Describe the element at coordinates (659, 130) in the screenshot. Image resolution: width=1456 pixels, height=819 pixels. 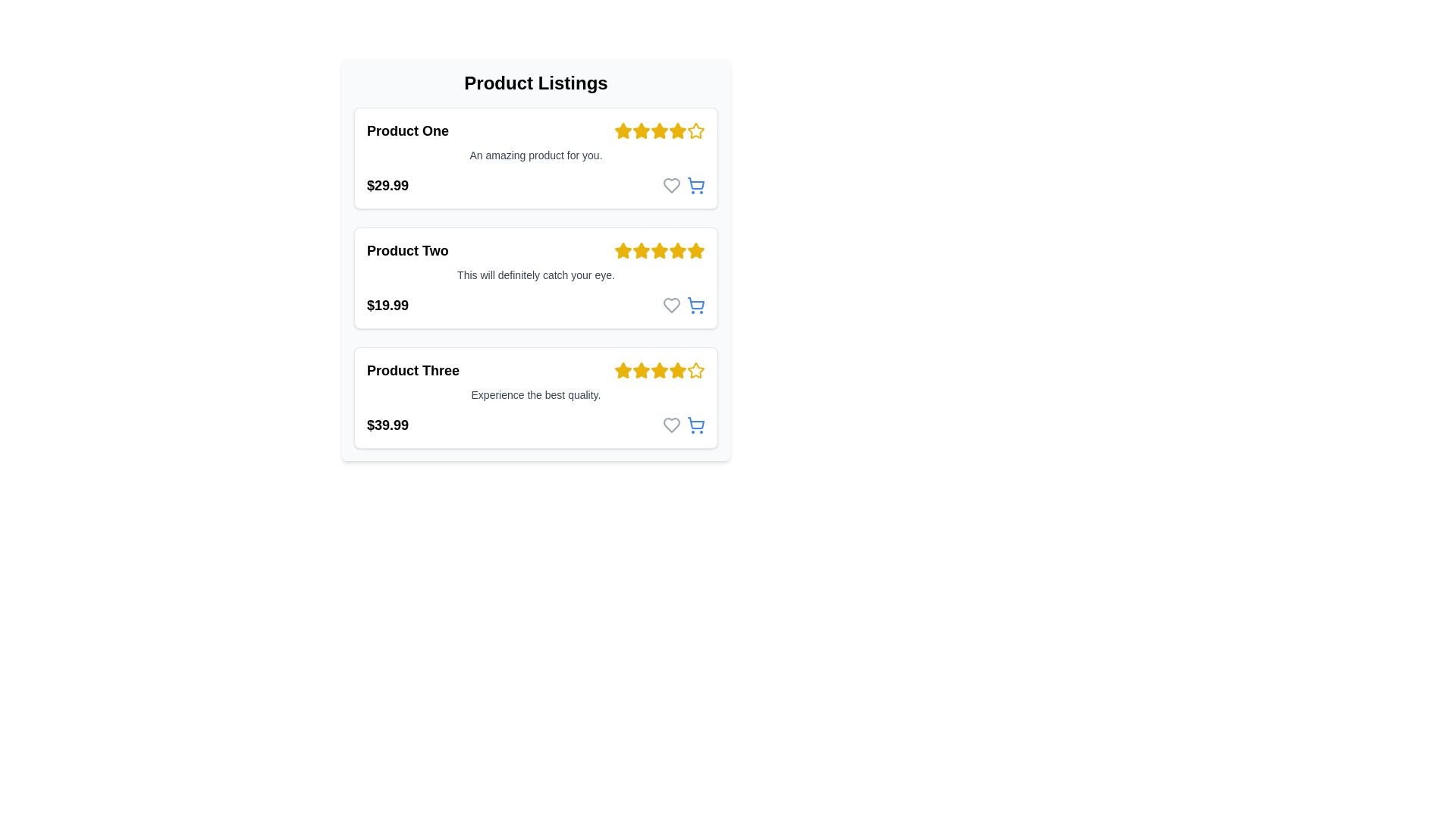
I see `the fourth yellow star icon` at that location.